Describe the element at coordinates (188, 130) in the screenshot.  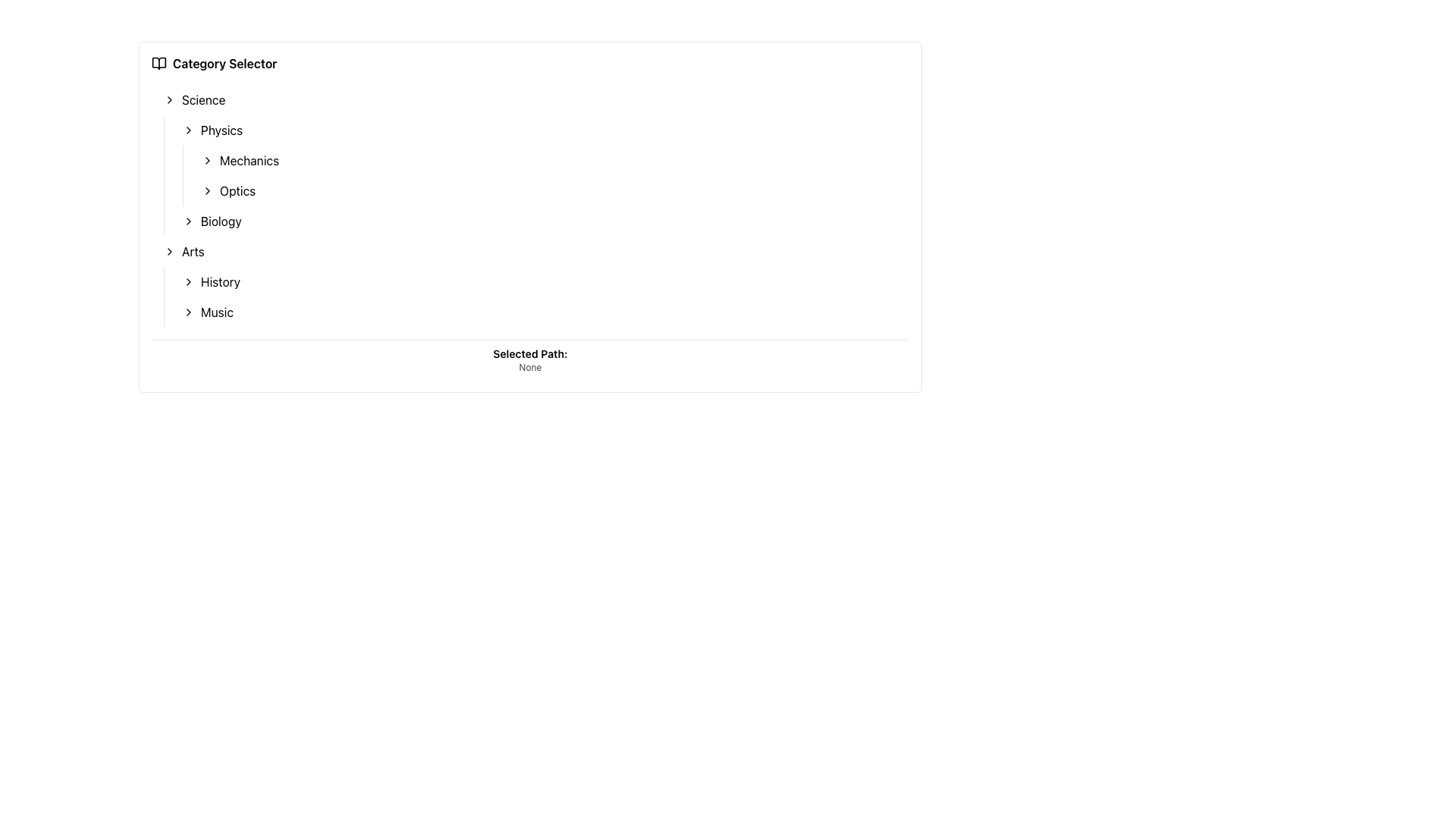
I see `the button` at that location.